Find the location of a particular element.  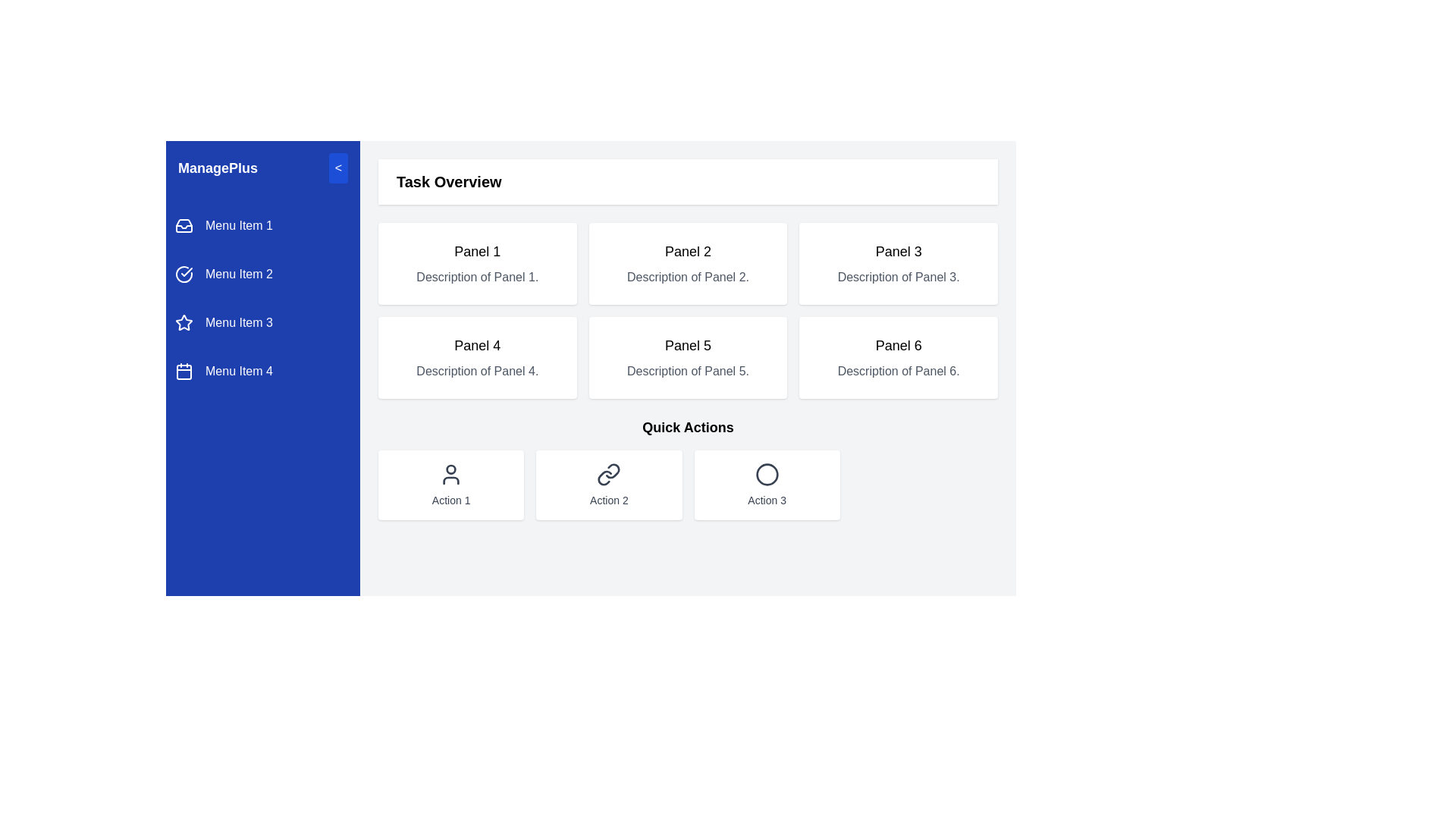

text label that displays 'Panel 4', which is styled in a larger, bold font and is positioned in the first column of the second row of a grid layout is located at coordinates (476, 345).